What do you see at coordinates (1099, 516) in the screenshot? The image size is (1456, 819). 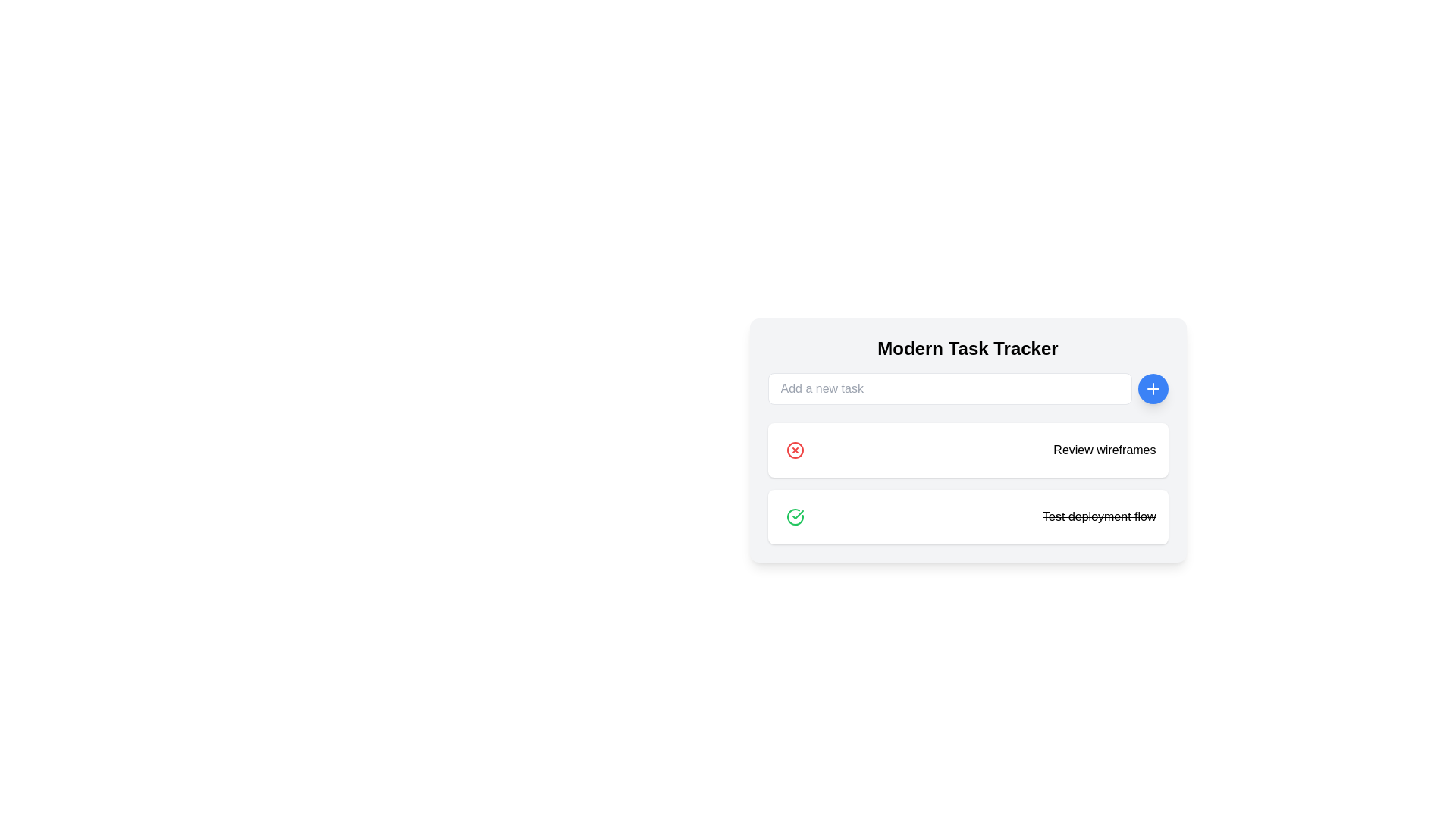 I see `the text label displaying 'Test deployment flow' for accessibility purposes` at bounding box center [1099, 516].